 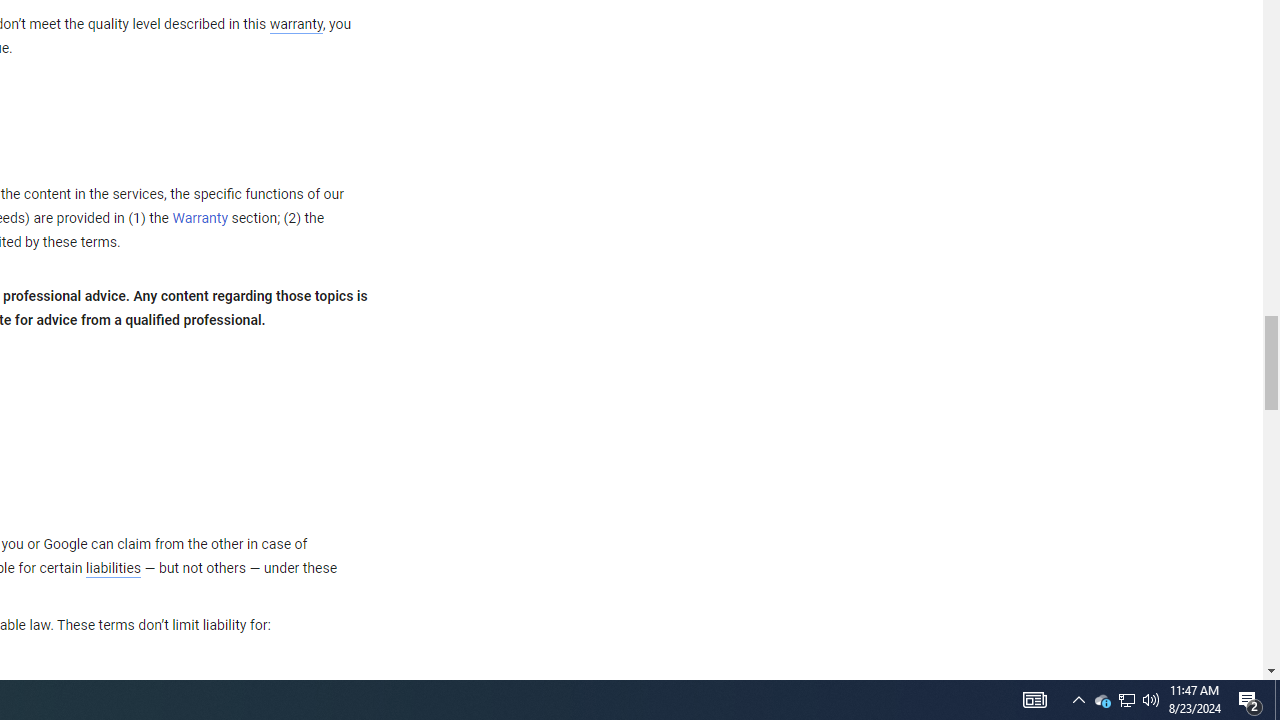 What do you see at coordinates (200, 219) in the screenshot?
I see `'Warranty'` at bounding box center [200, 219].